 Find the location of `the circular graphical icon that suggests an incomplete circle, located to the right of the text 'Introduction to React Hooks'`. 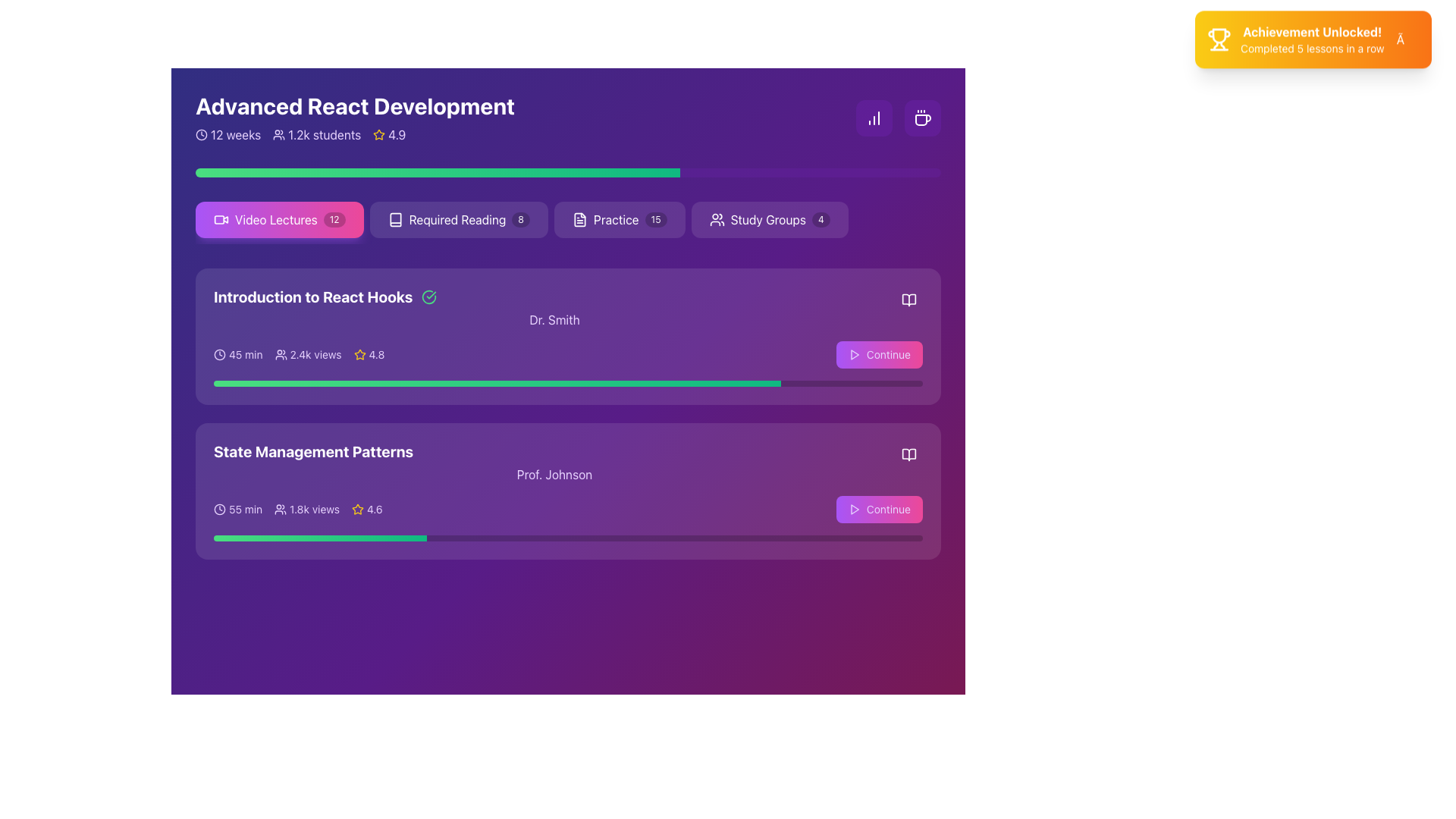

the circular graphical icon that suggests an incomplete circle, located to the right of the text 'Introduction to React Hooks' is located at coordinates (428, 297).